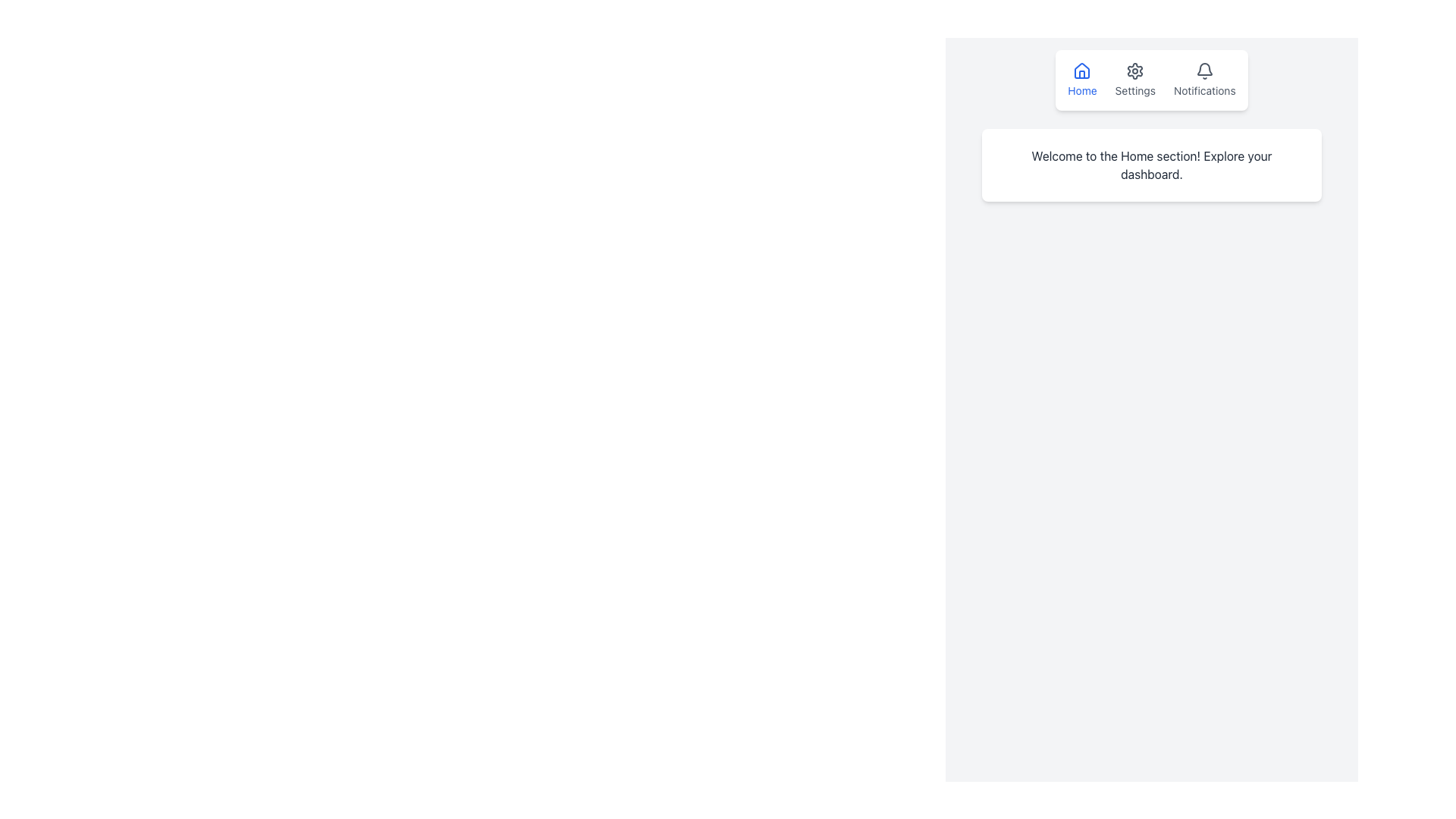  What do you see at coordinates (1135, 90) in the screenshot?
I see `displayed text of the 'Settings' label, which is a small gray font text located below the gear icon in the interface` at bounding box center [1135, 90].